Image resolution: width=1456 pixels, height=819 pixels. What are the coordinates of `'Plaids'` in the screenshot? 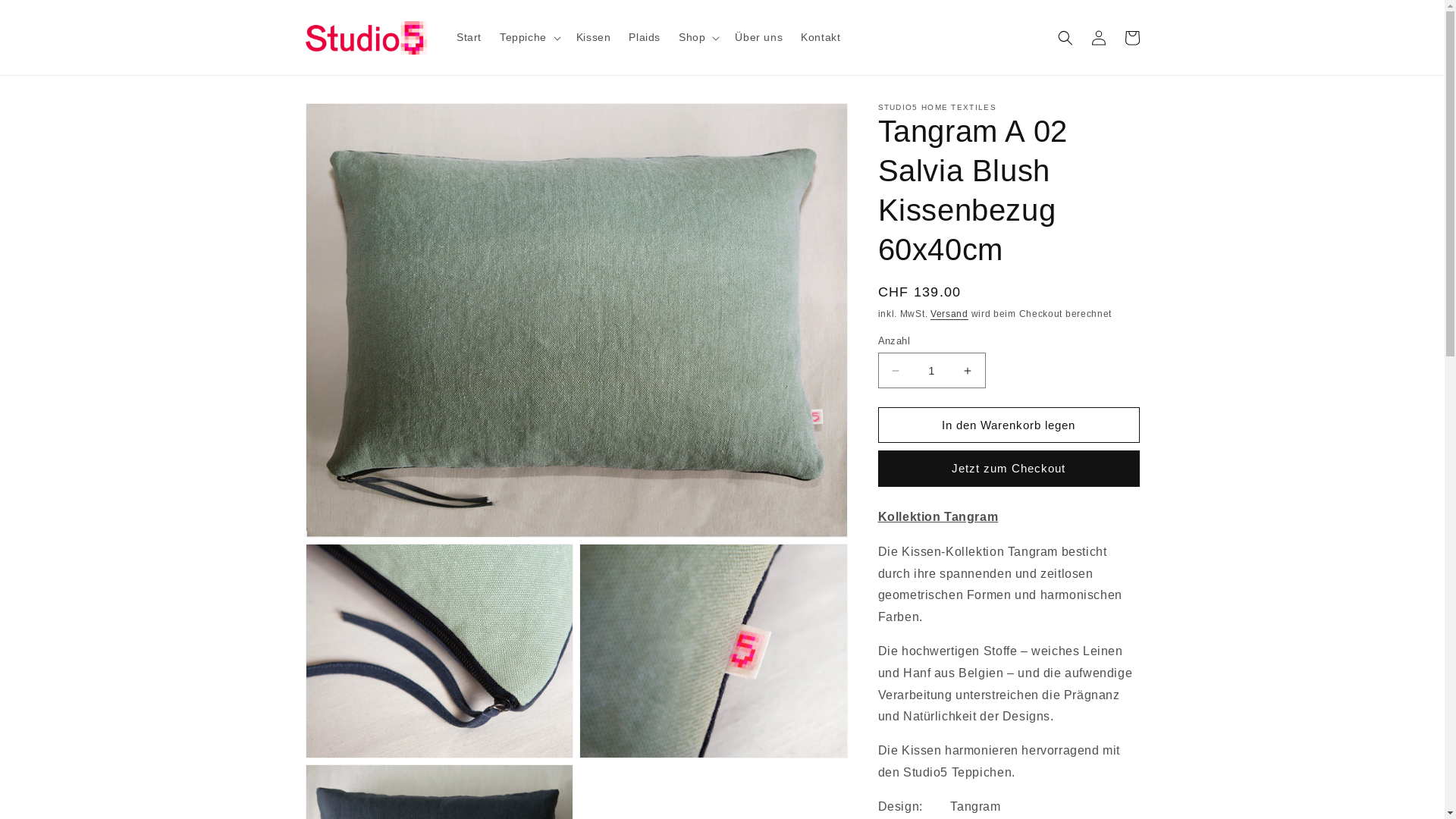 It's located at (644, 36).